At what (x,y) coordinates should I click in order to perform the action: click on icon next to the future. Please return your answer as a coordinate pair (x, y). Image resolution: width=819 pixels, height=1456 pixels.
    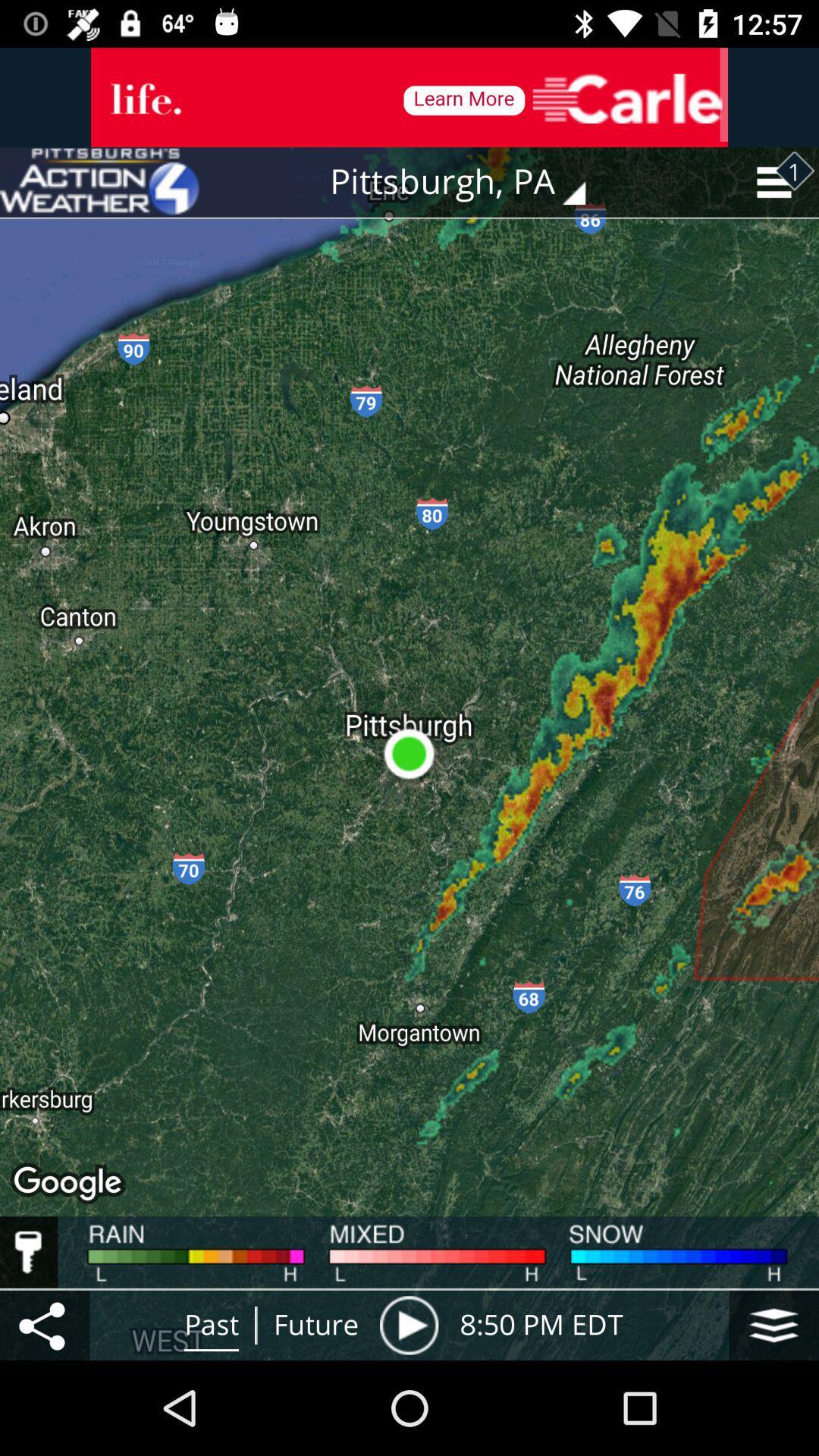
    Looking at the image, I should click on (408, 1324).